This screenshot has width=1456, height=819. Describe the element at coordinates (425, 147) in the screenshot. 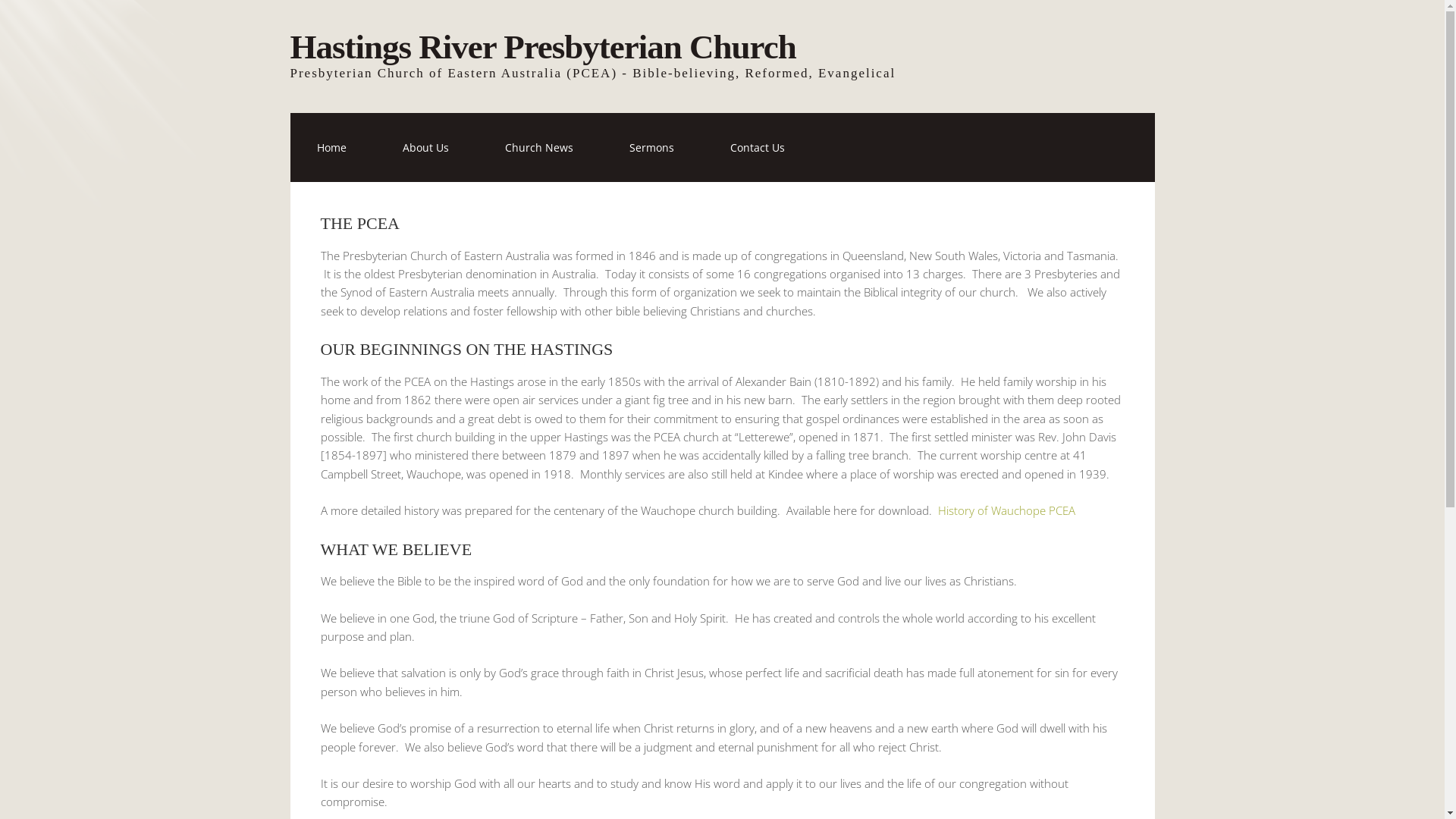

I see `'About Us'` at that location.